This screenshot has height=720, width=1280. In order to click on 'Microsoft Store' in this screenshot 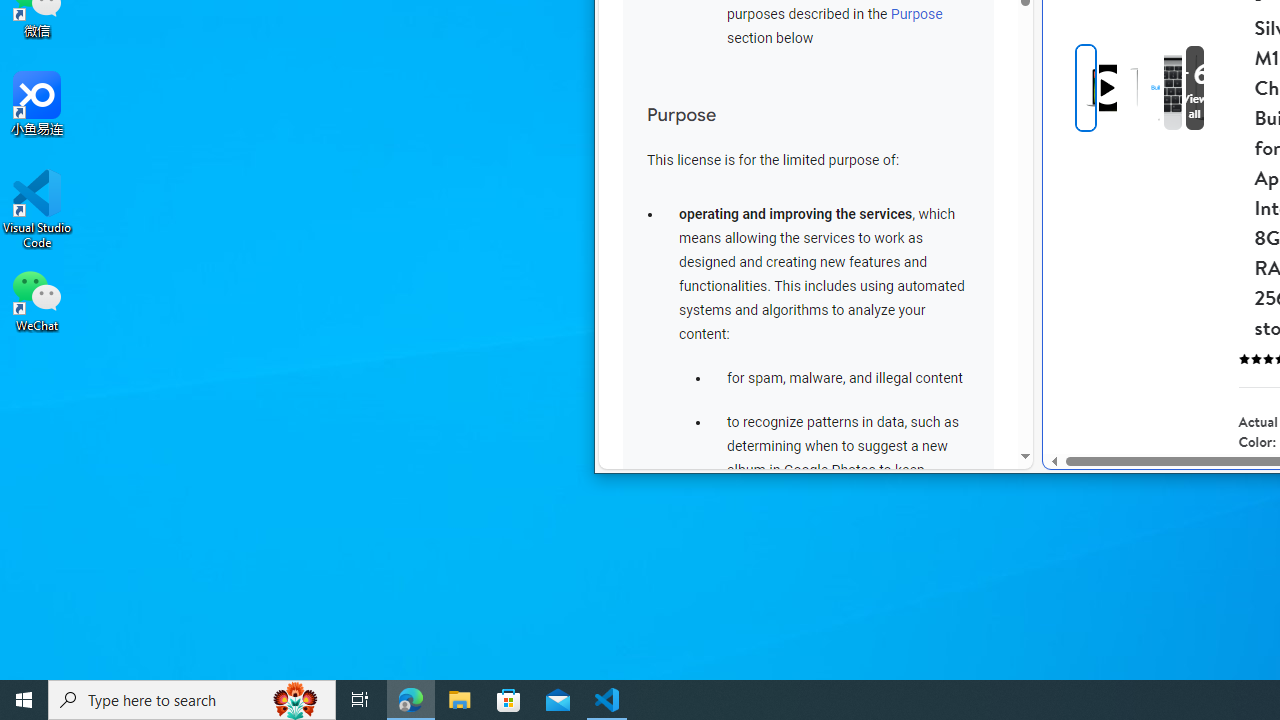, I will do `click(509, 698)`.